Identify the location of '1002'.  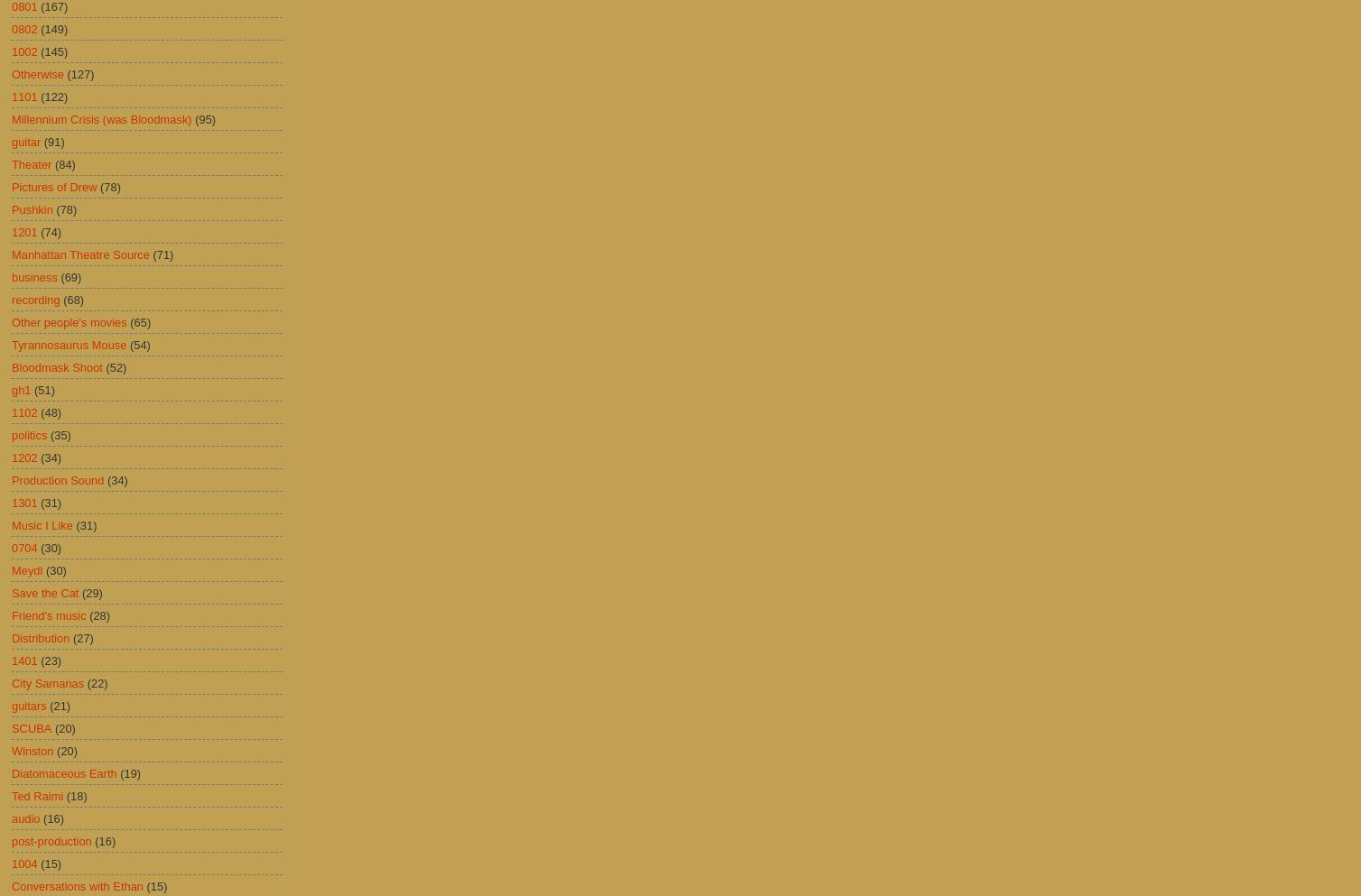
(23, 51).